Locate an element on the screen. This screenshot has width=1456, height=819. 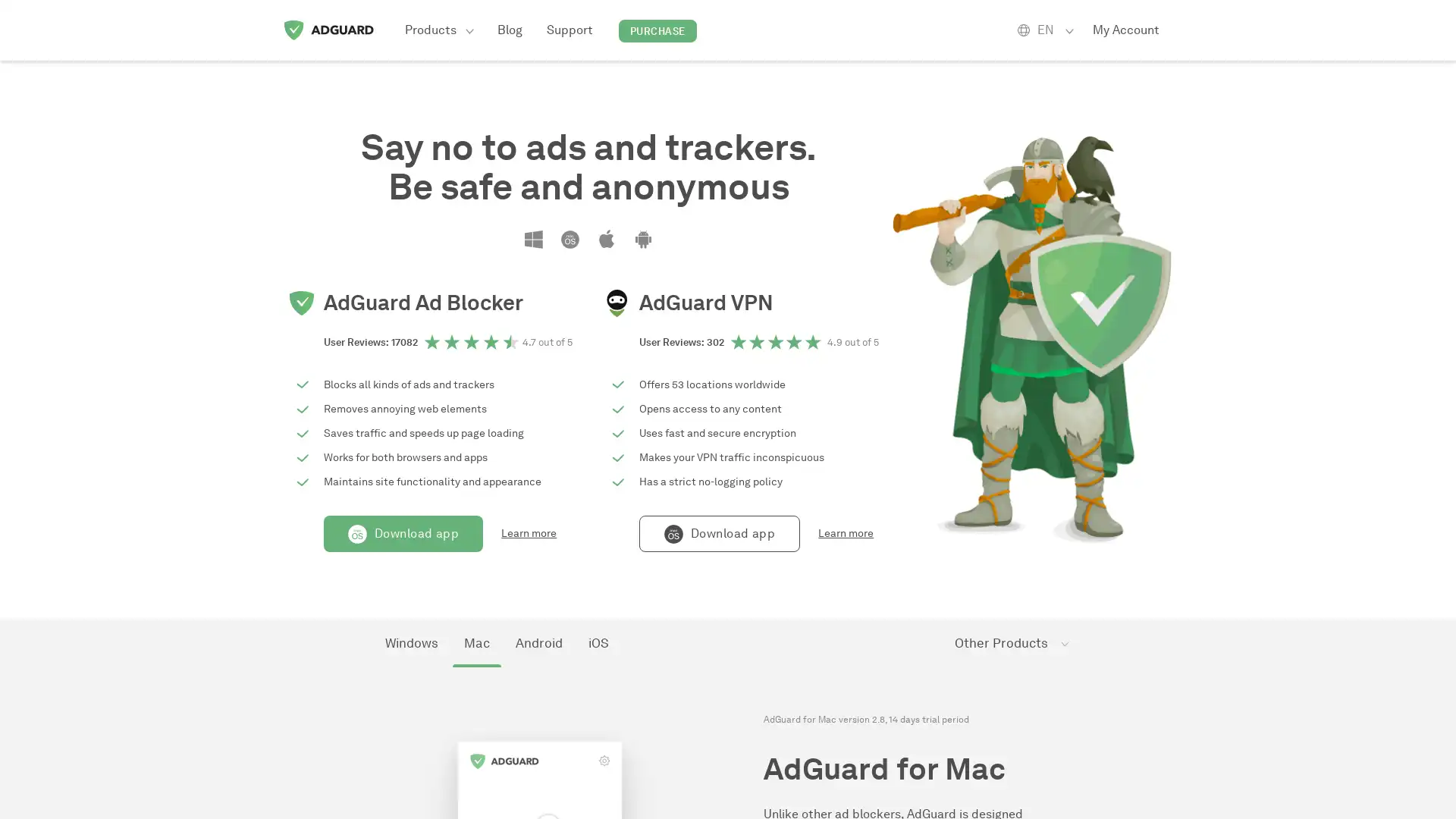
Mac is located at coordinates (475, 643).